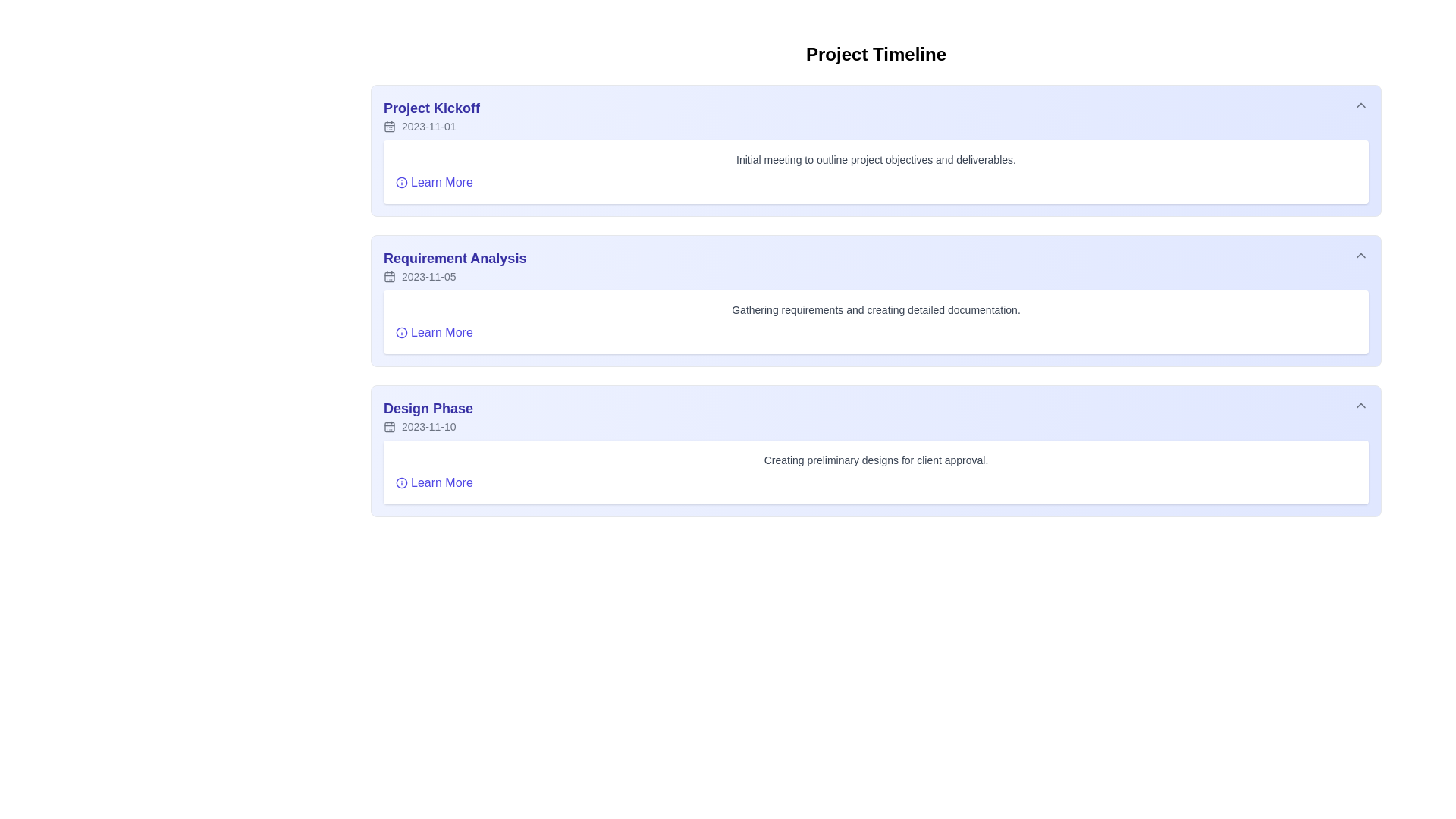 This screenshot has width=1456, height=819. I want to click on displayed text of the label which shows 'Requirement Analysis' in bold blue font and '2023-11-05' in lighter gray font, located in a vertical list as the second item, so click(454, 265).